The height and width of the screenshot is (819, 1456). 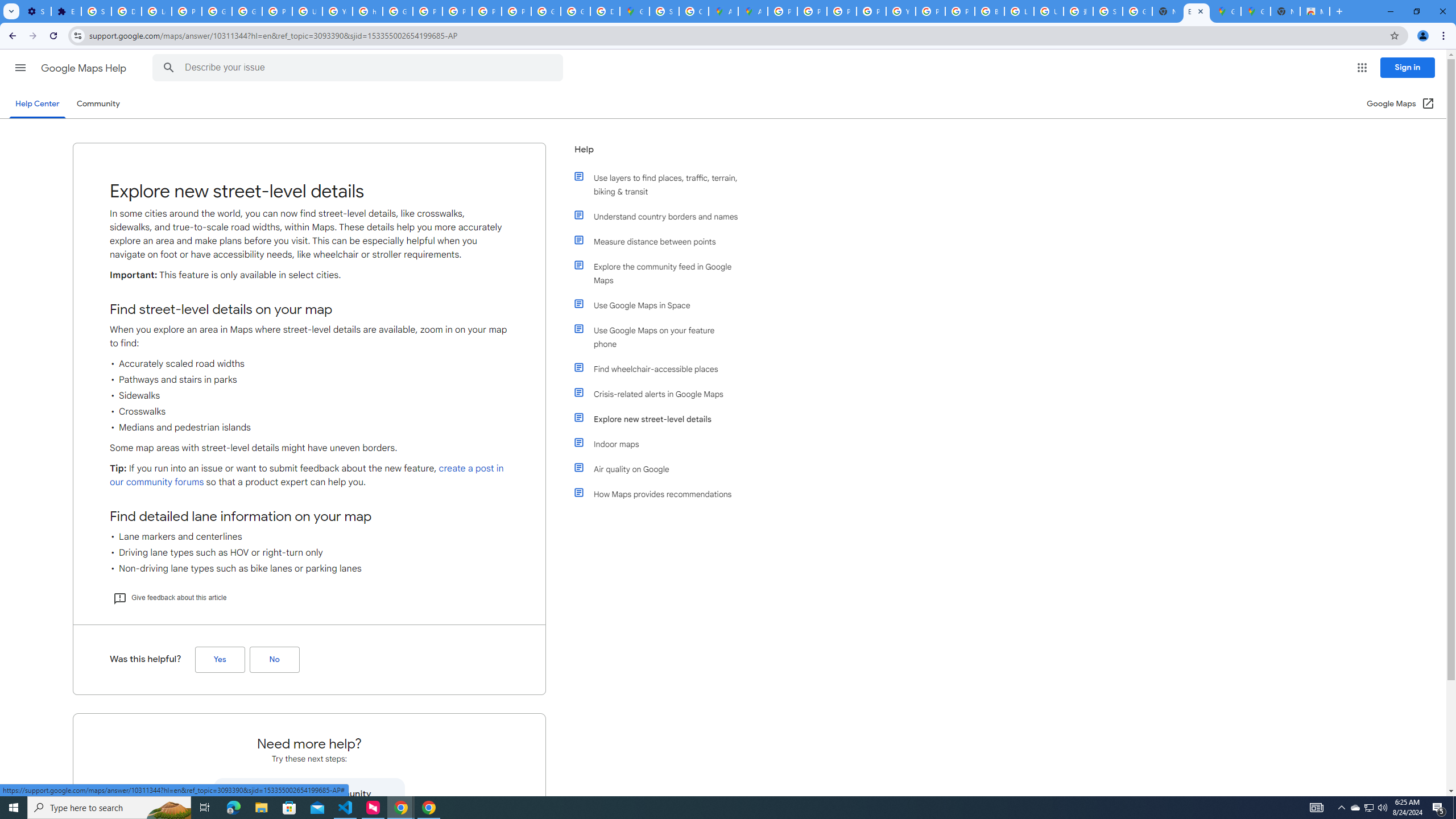 What do you see at coordinates (661, 419) in the screenshot?
I see `'Explore new street-level details'` at bounding box center [661, 419].